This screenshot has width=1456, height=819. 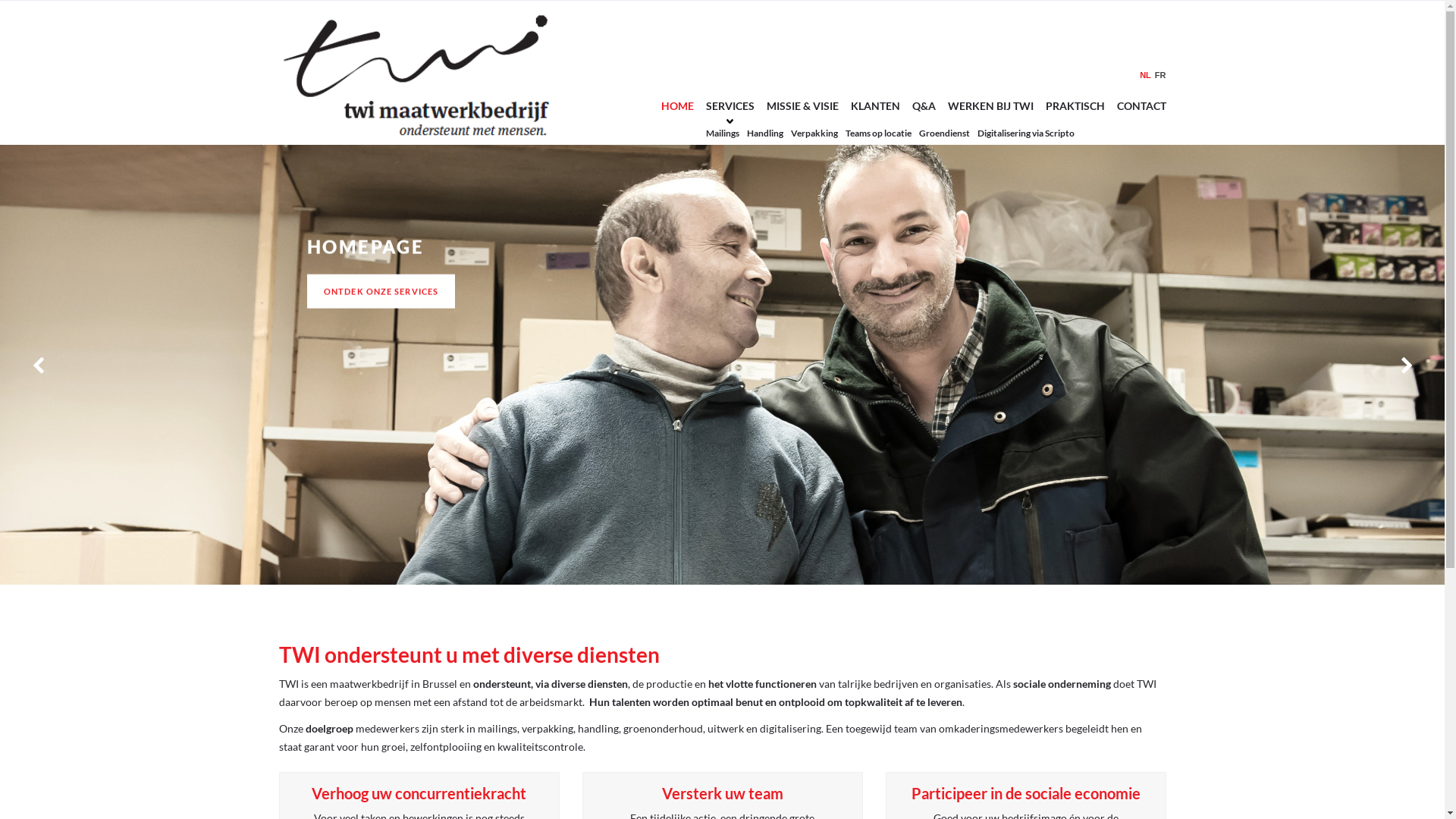 What do you see at coordinates (1143, 75) in the screenshot?
I see `'NL'` at bounding box center [1143, 75].